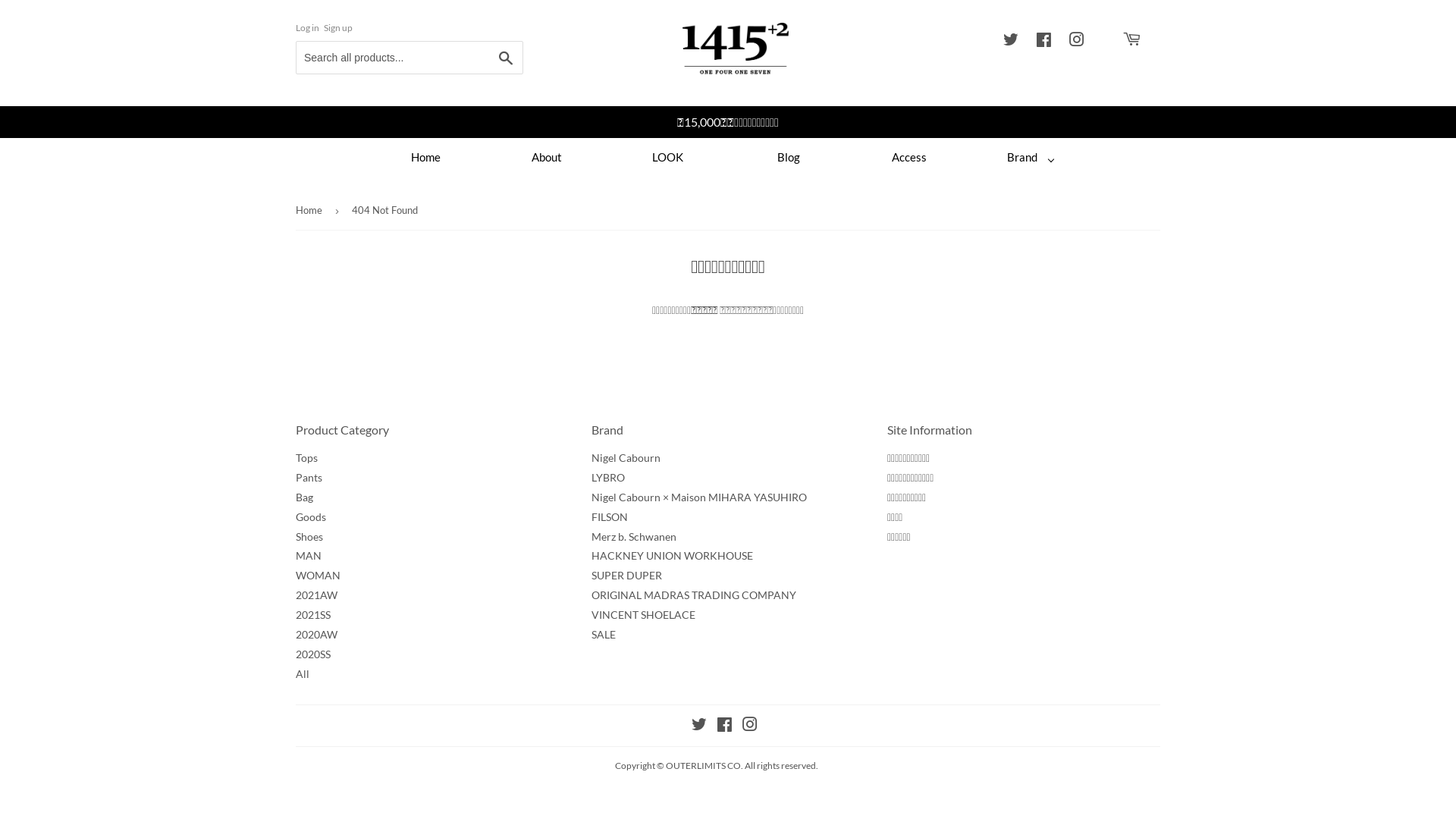 The height and width of the screenshot is (819, 1456). What do you see at coordinates (607, 476) in the screenshot?
I see `'LYBRO'` at bounding box center [607, 476].